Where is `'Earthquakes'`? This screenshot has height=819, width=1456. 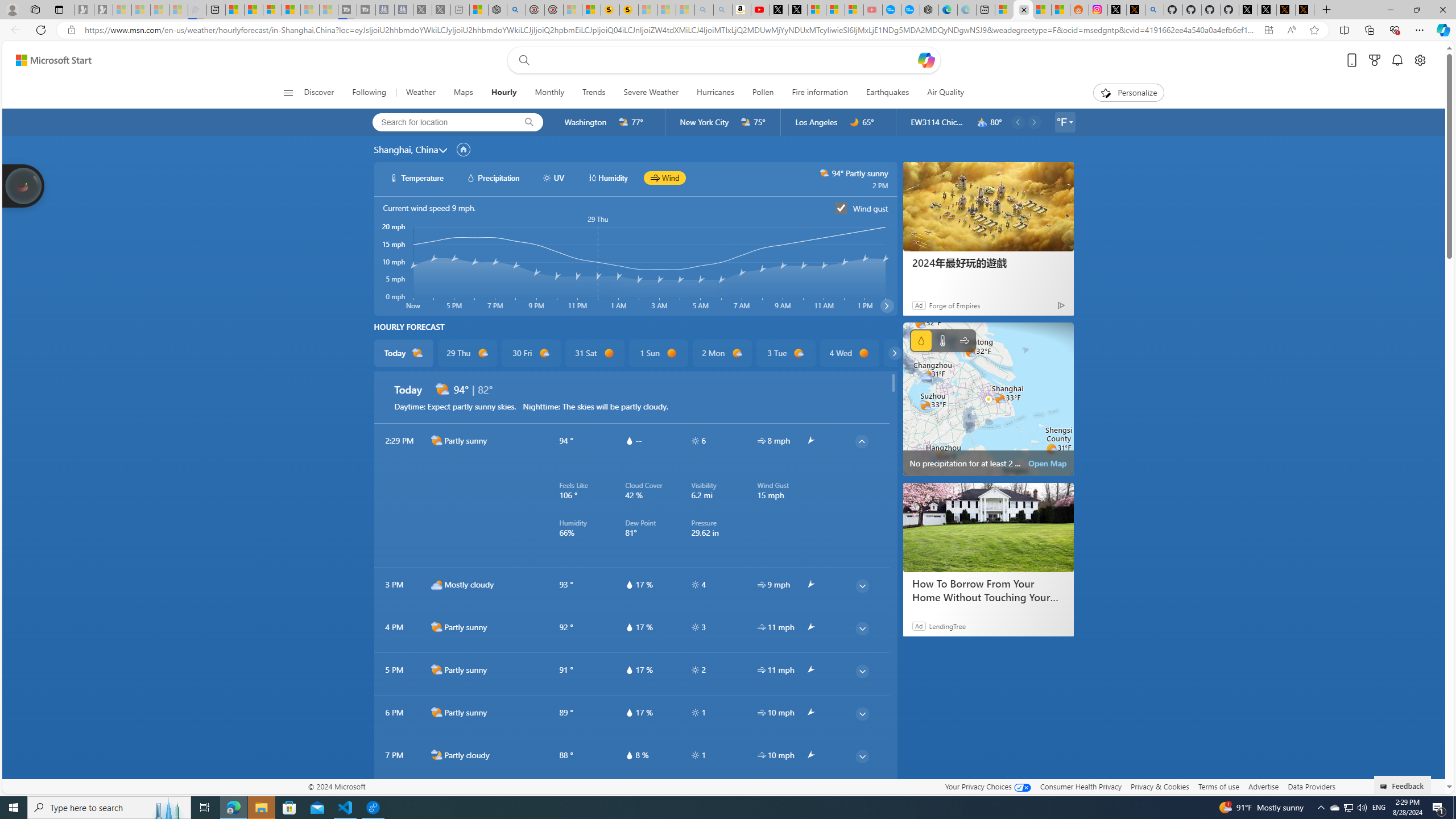
'Earthquakes' is located at coordinates (887, 92).